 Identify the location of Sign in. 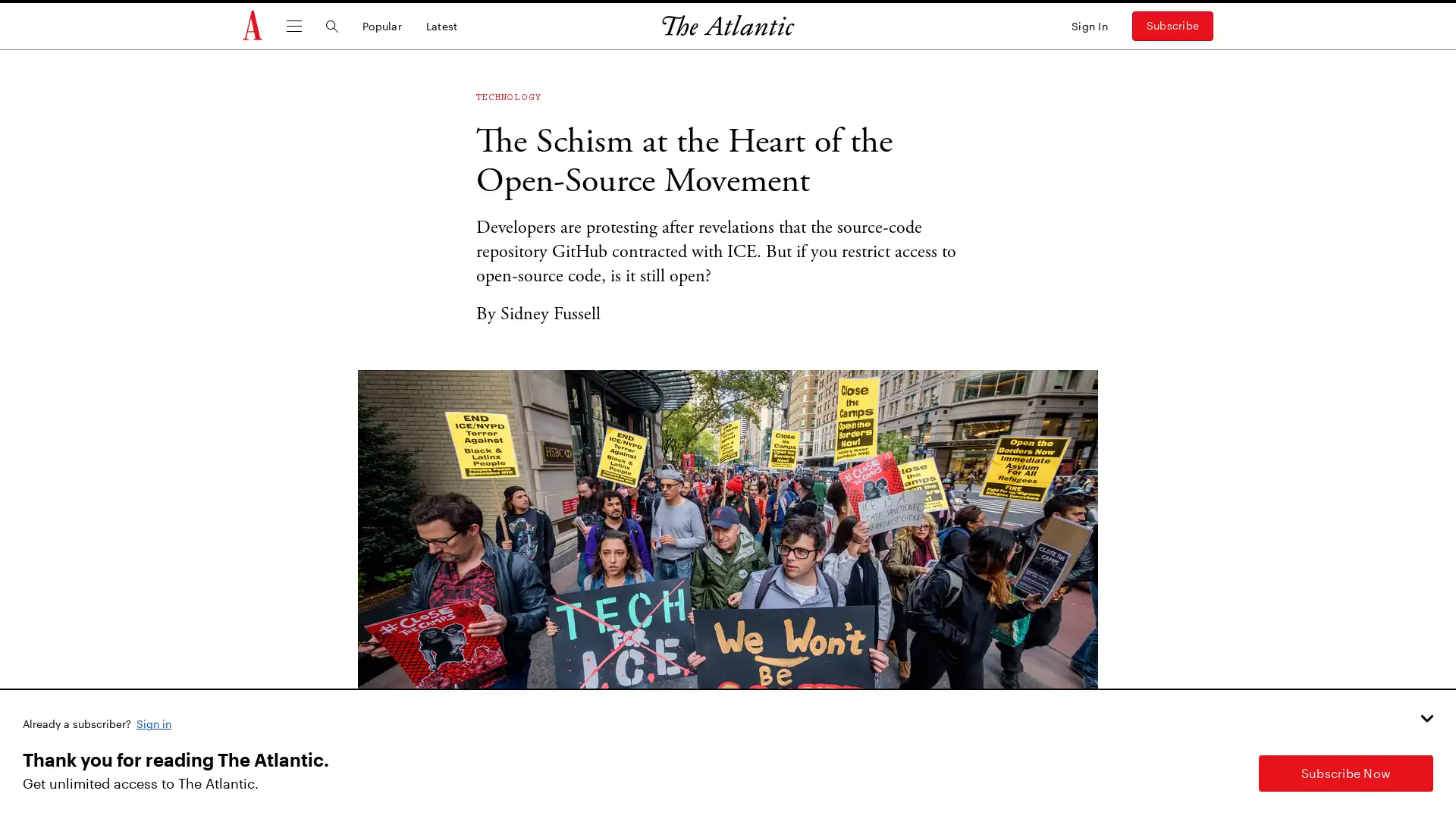
(155, 722).